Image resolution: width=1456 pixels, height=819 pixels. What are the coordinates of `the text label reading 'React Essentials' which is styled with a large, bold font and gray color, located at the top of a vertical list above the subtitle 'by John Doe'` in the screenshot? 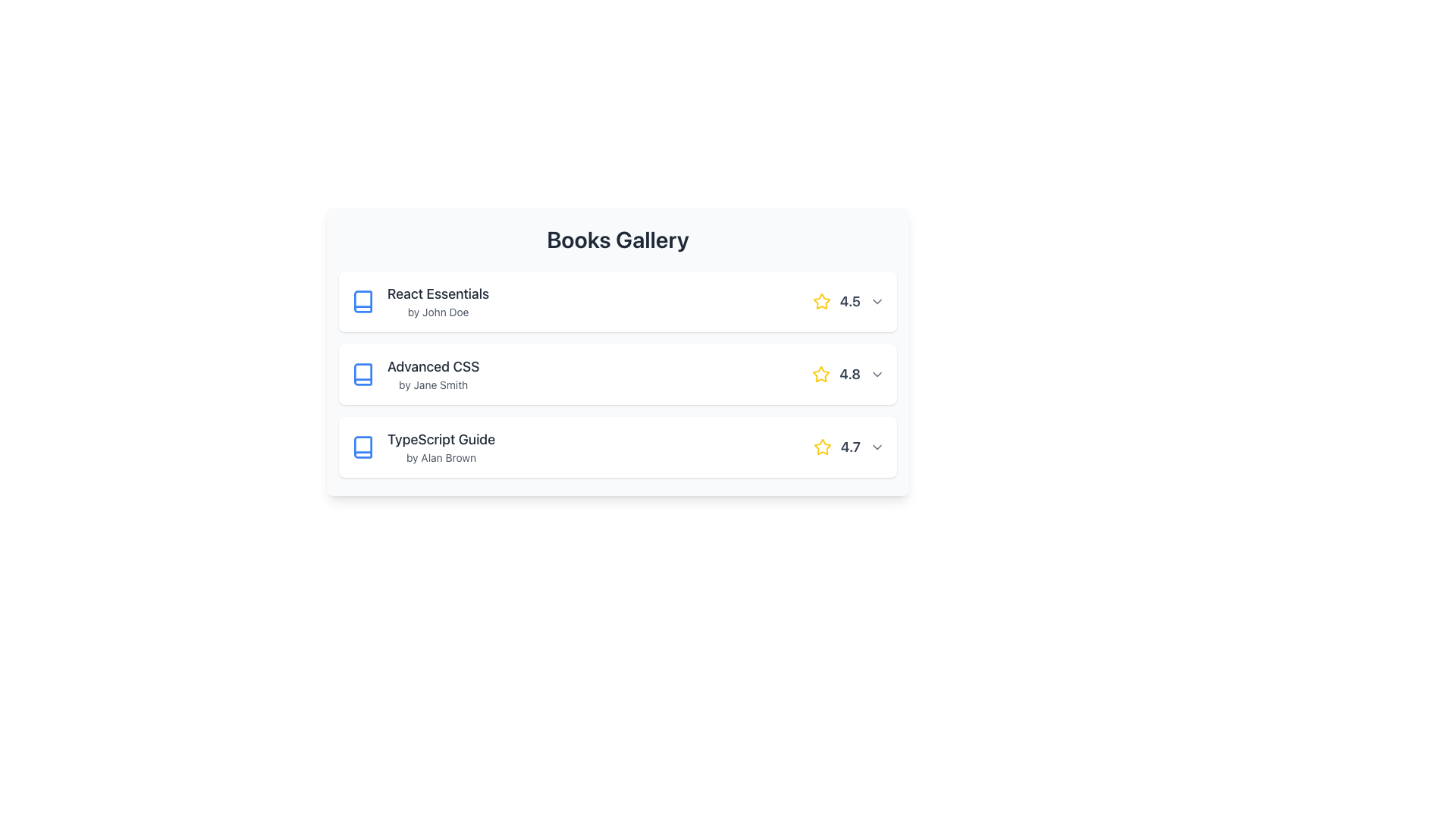 It's located at (438, 294).